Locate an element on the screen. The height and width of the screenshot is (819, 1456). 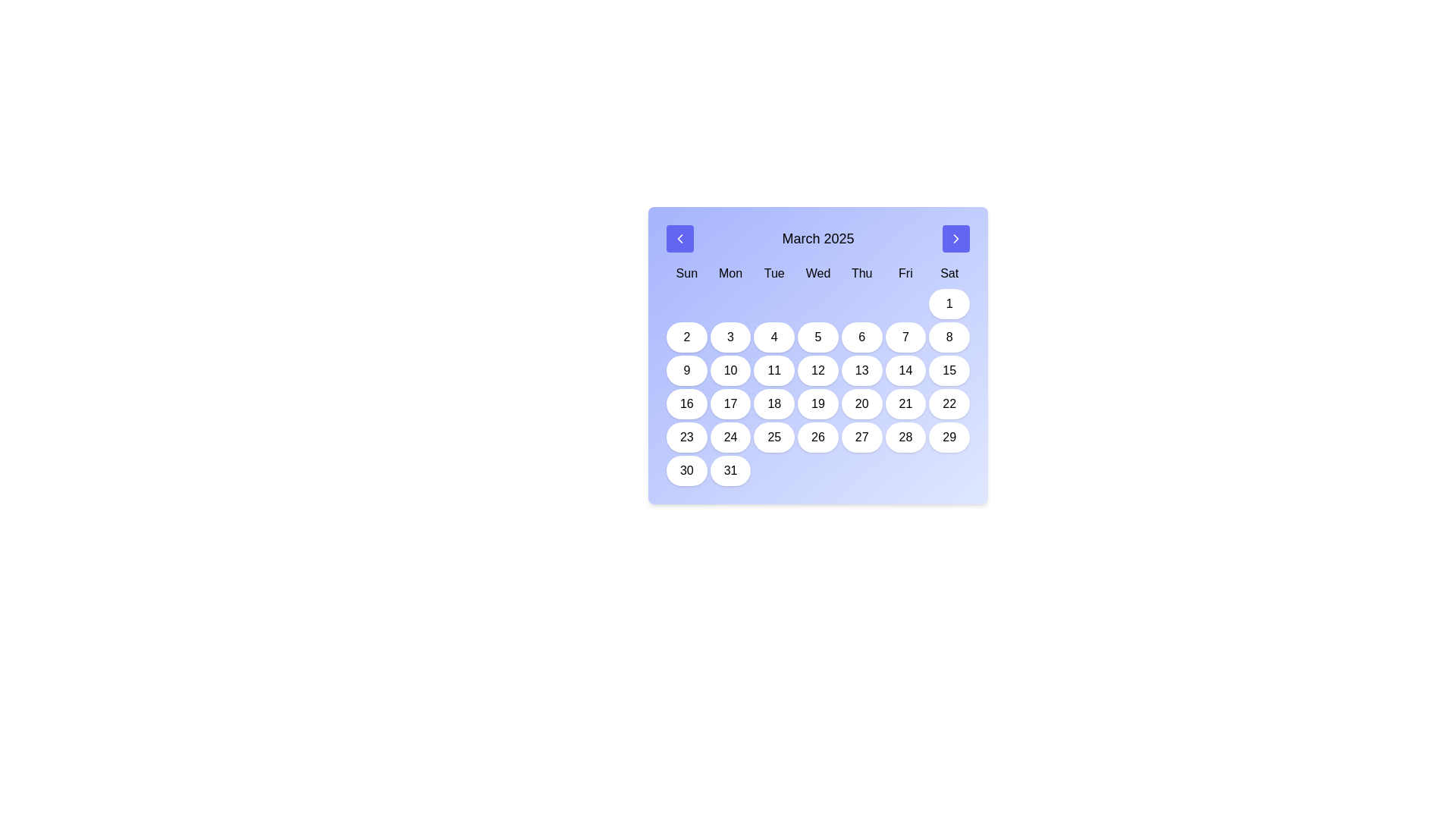
the rounded button displaying the number '5' in bold black font, which is located in the second row and fourth column of the calendar grid is located at coordinates (817, 336).